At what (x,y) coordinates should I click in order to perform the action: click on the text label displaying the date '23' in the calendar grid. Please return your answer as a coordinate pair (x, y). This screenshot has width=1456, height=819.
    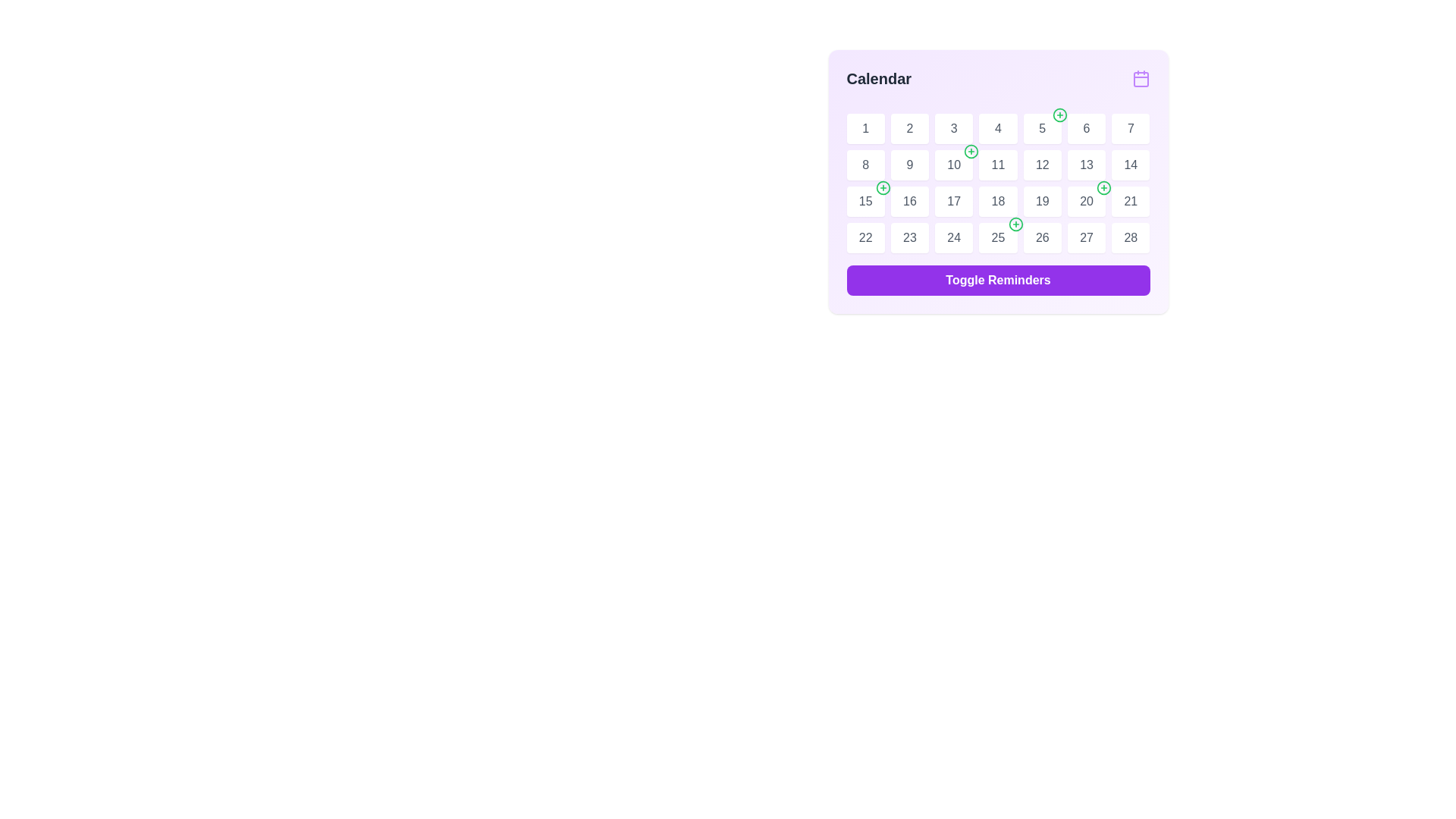
    Looking at the image, I should click on (910, 237).